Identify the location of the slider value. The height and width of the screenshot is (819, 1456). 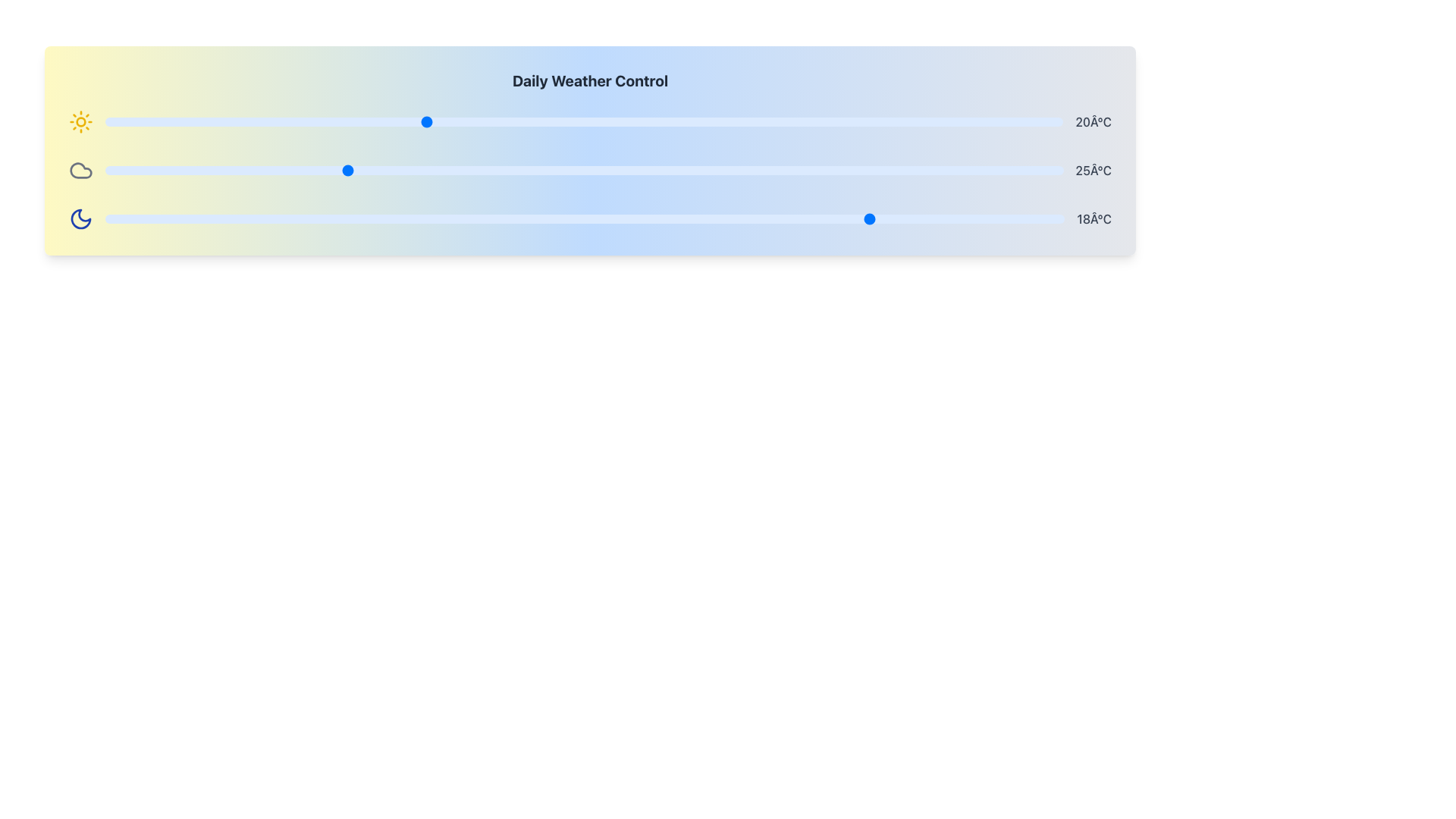
(488, 170).